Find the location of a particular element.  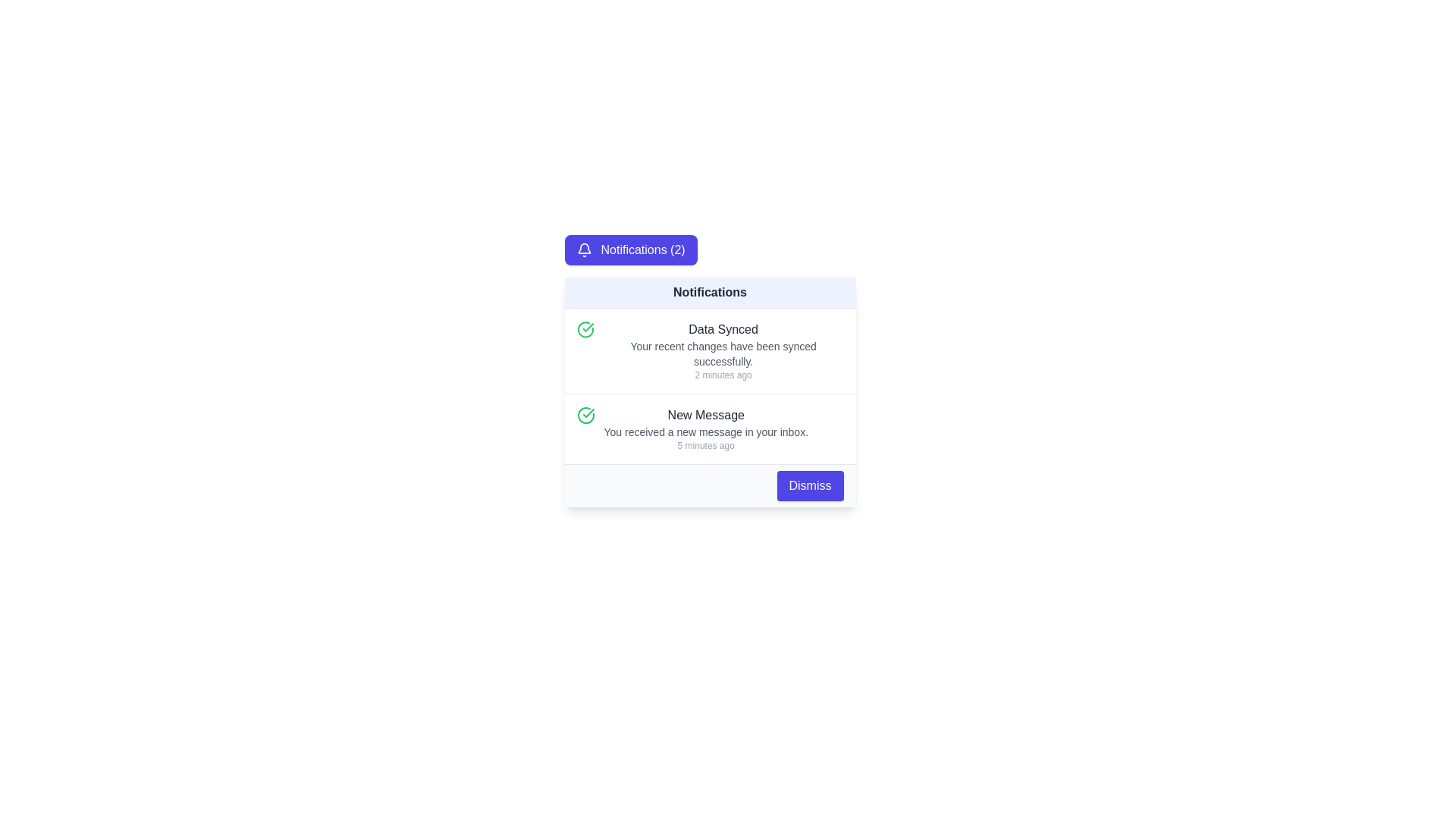

text label displaying '5 minutes ago' located at the bottom of the notification panel, below the message description is located at coordinates (705, 444).